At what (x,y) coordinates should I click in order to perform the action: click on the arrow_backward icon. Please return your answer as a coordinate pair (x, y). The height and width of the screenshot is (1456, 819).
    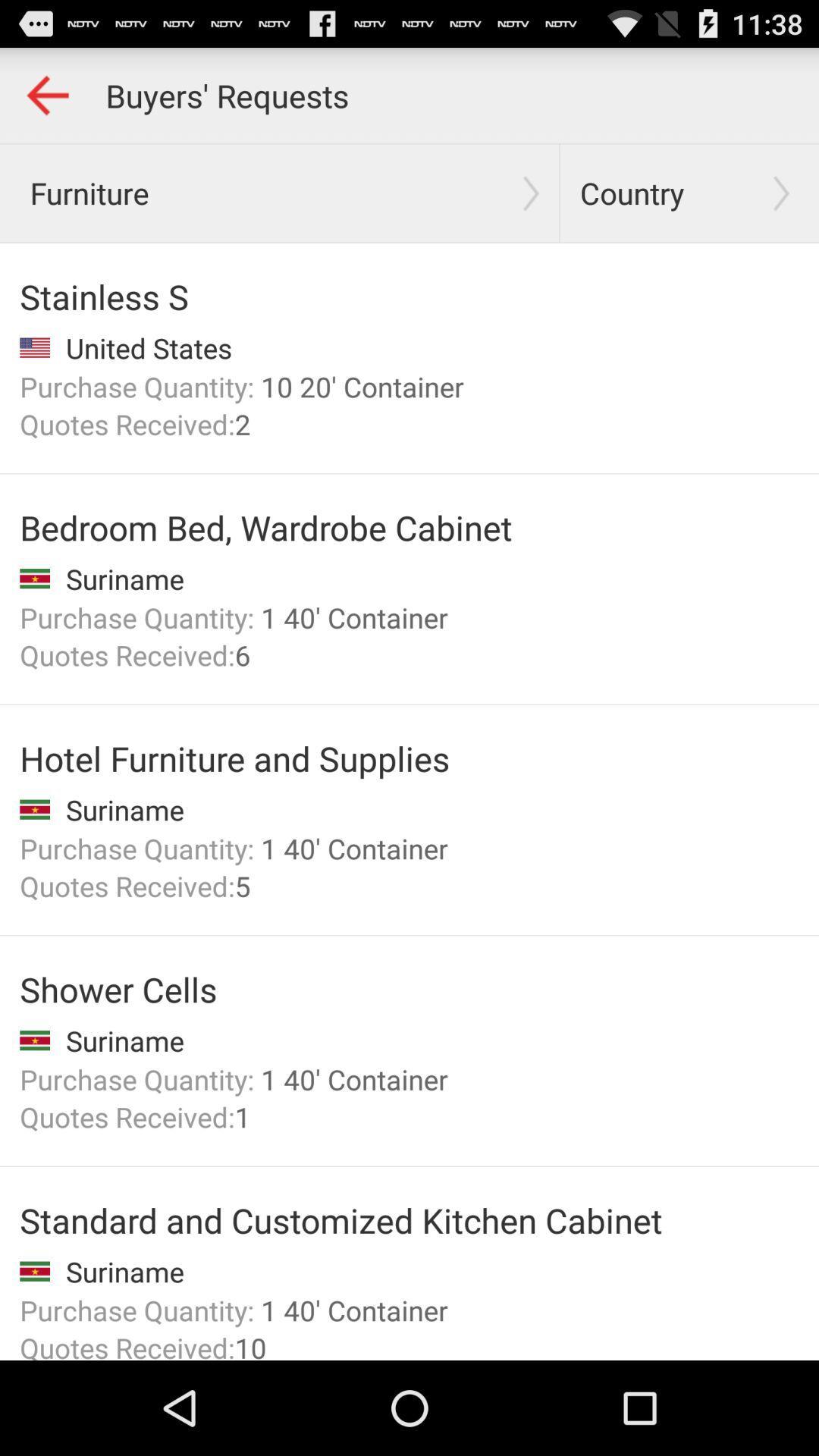
    Looking at the image, I should click on (46, 101).